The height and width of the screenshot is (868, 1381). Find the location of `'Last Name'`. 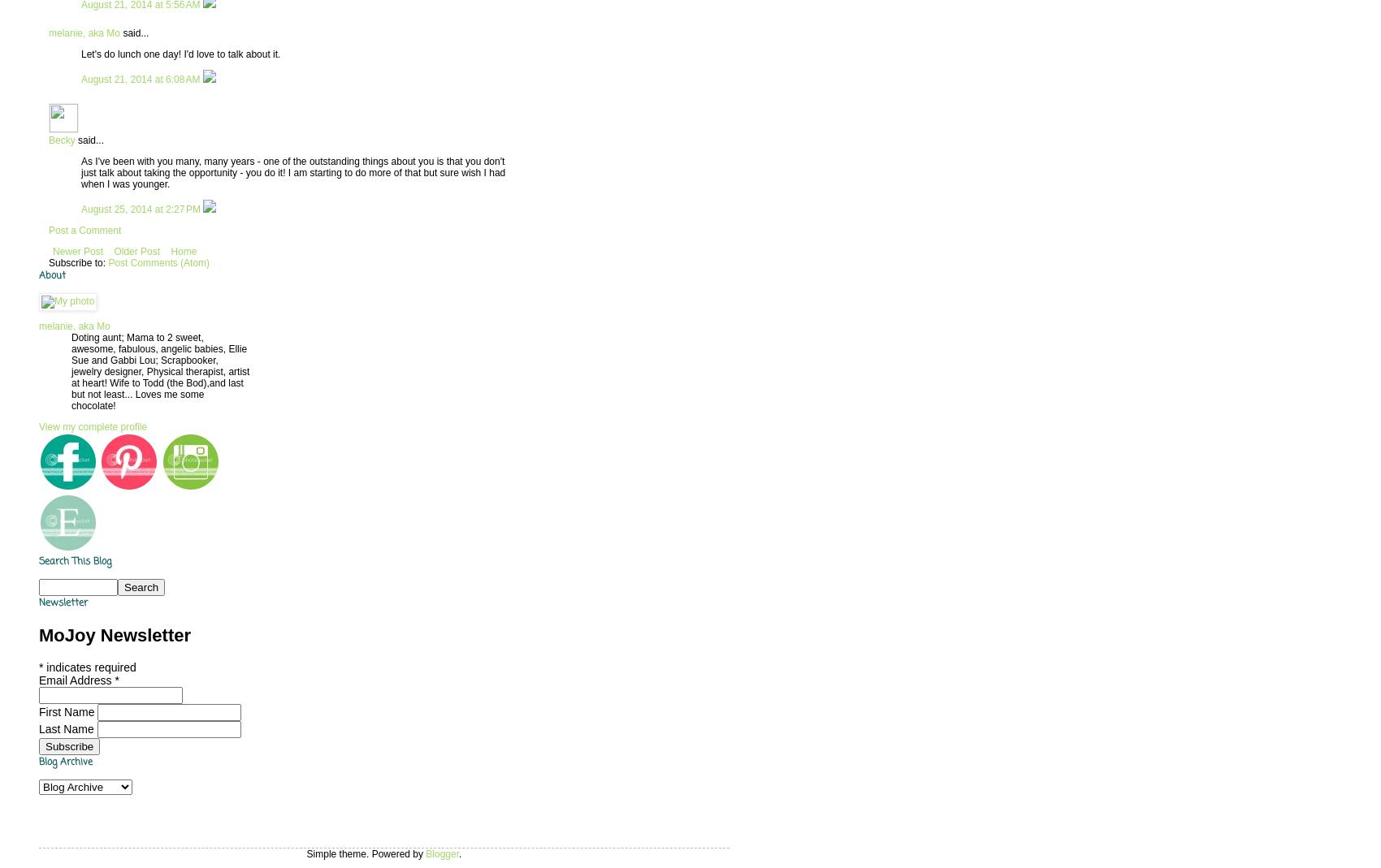

'Last Name' is located at coordinates (67, 728).